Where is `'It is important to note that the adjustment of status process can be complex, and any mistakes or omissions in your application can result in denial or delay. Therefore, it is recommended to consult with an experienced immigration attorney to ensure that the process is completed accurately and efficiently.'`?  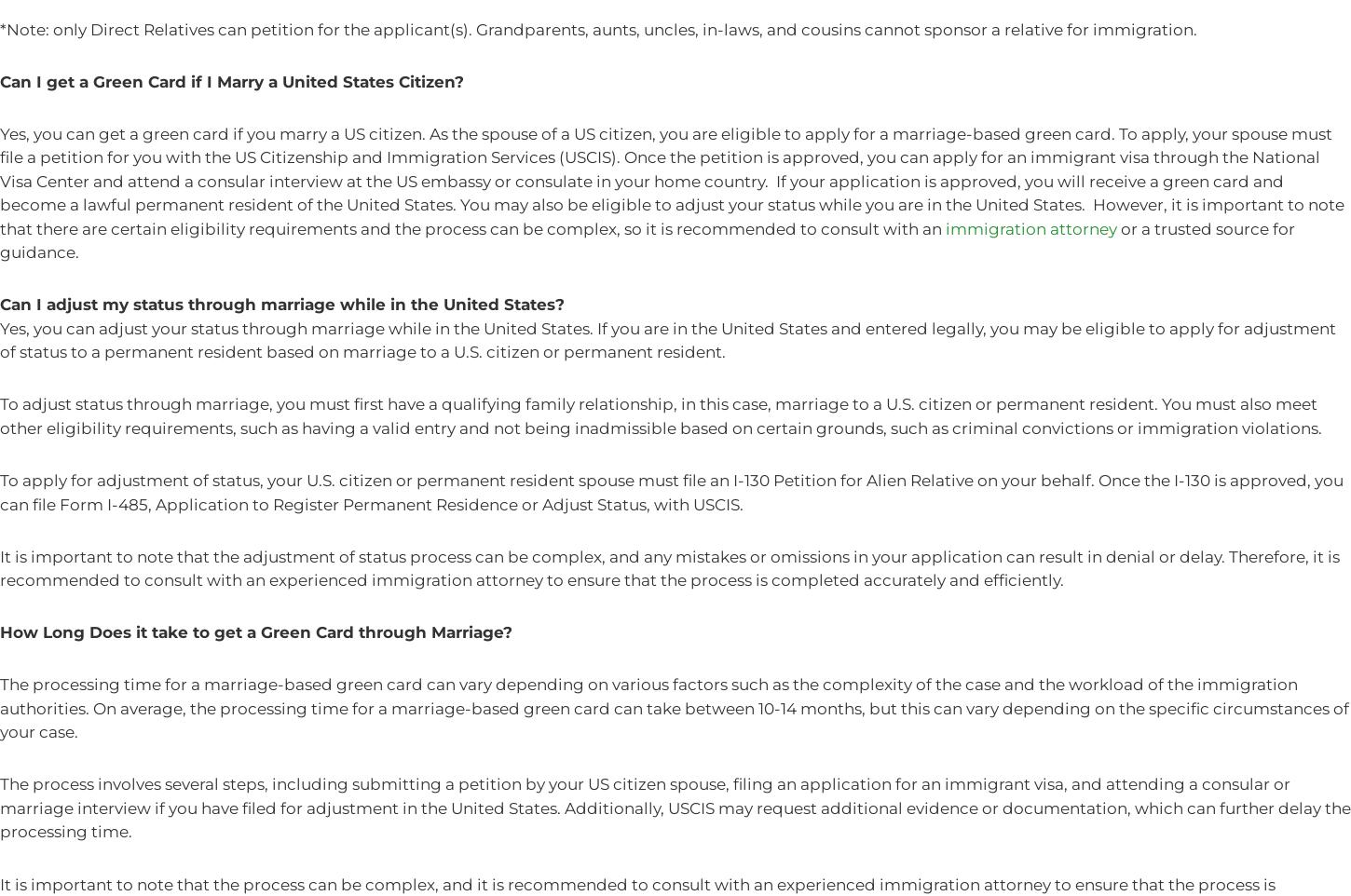
'It is important to note that the adjustment of status process can be complex, and any mistakes or omissions in your application can result in denial or delay. Therefore, it is recommended to consult with an experienced immigration attorney to ensure that the process is completed accurately and efficiently.' is located at coordinates (669, 567).